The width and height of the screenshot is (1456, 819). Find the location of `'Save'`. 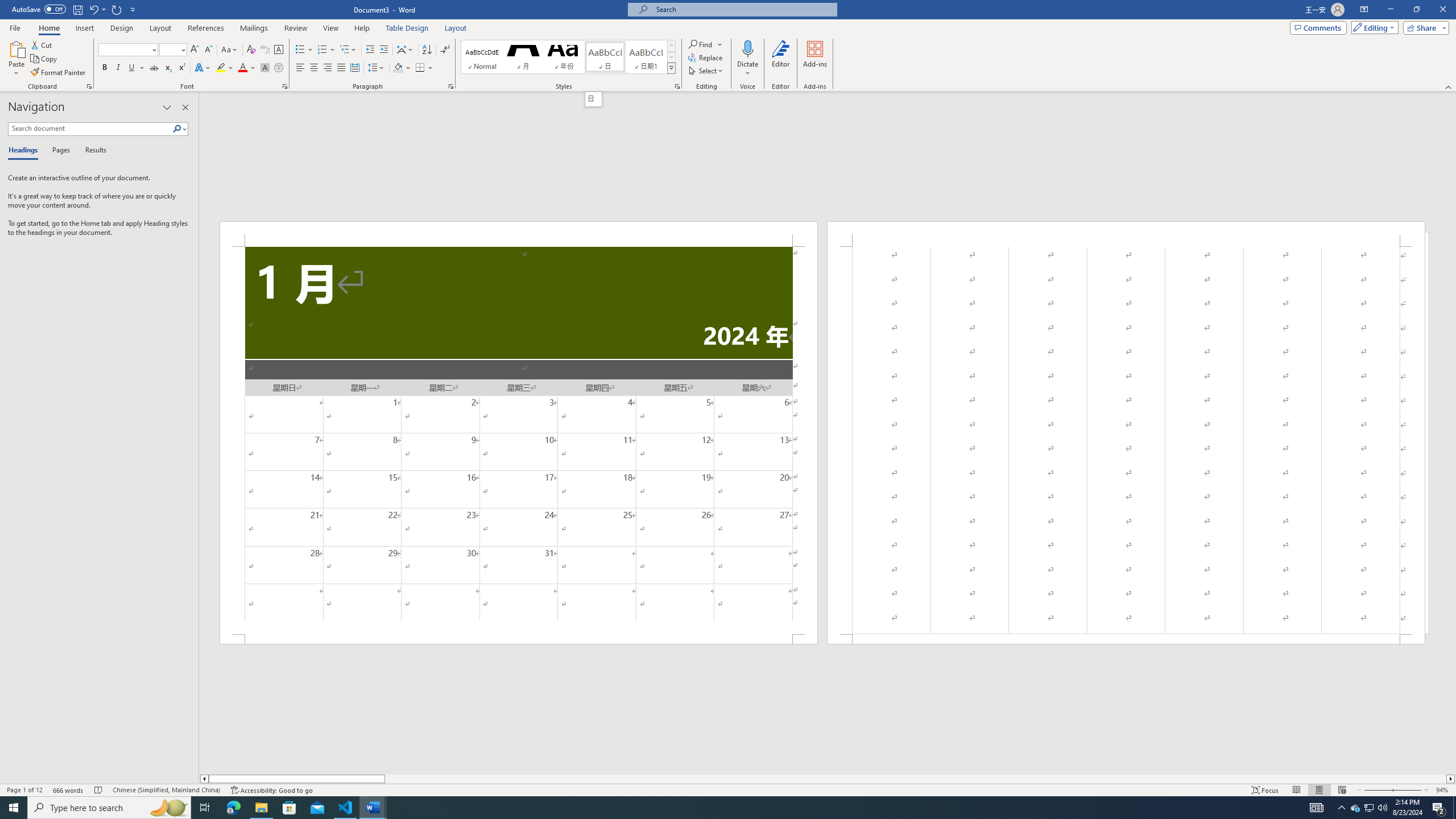

'Save' is located at coordinates (77, 9).